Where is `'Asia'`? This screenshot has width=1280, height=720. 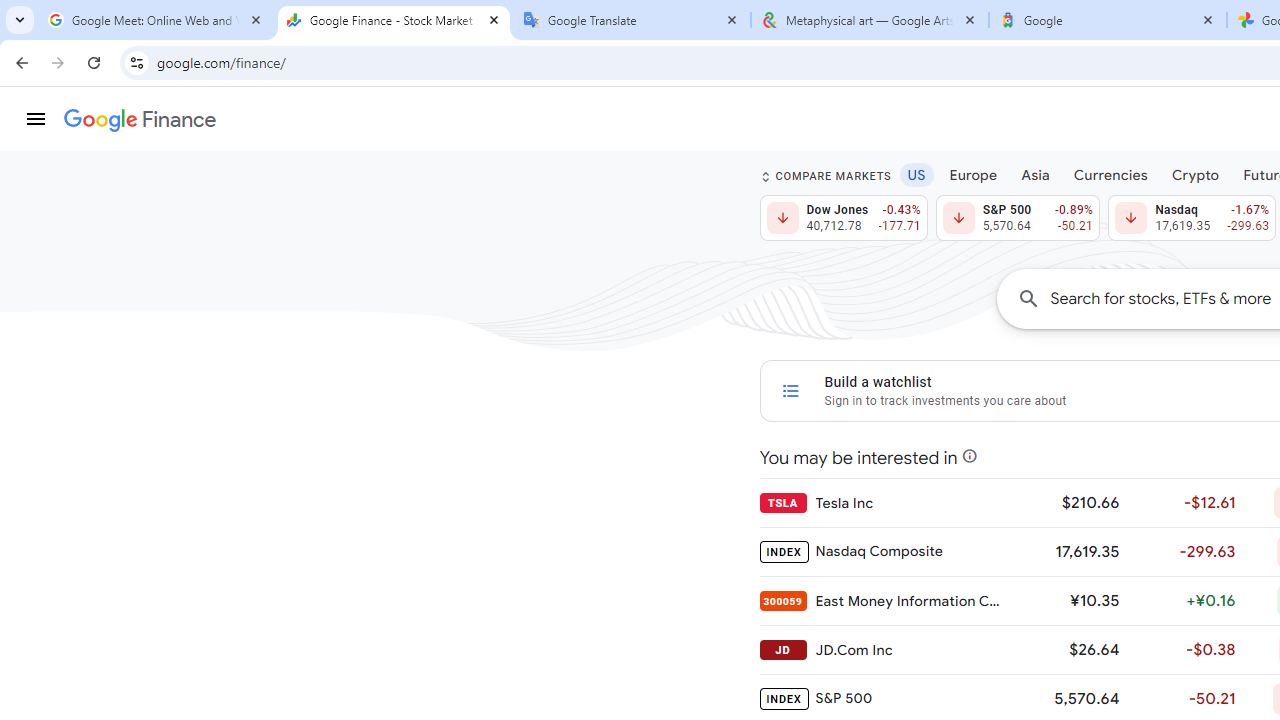
'Asia' is located at coordinates (1035, 173).